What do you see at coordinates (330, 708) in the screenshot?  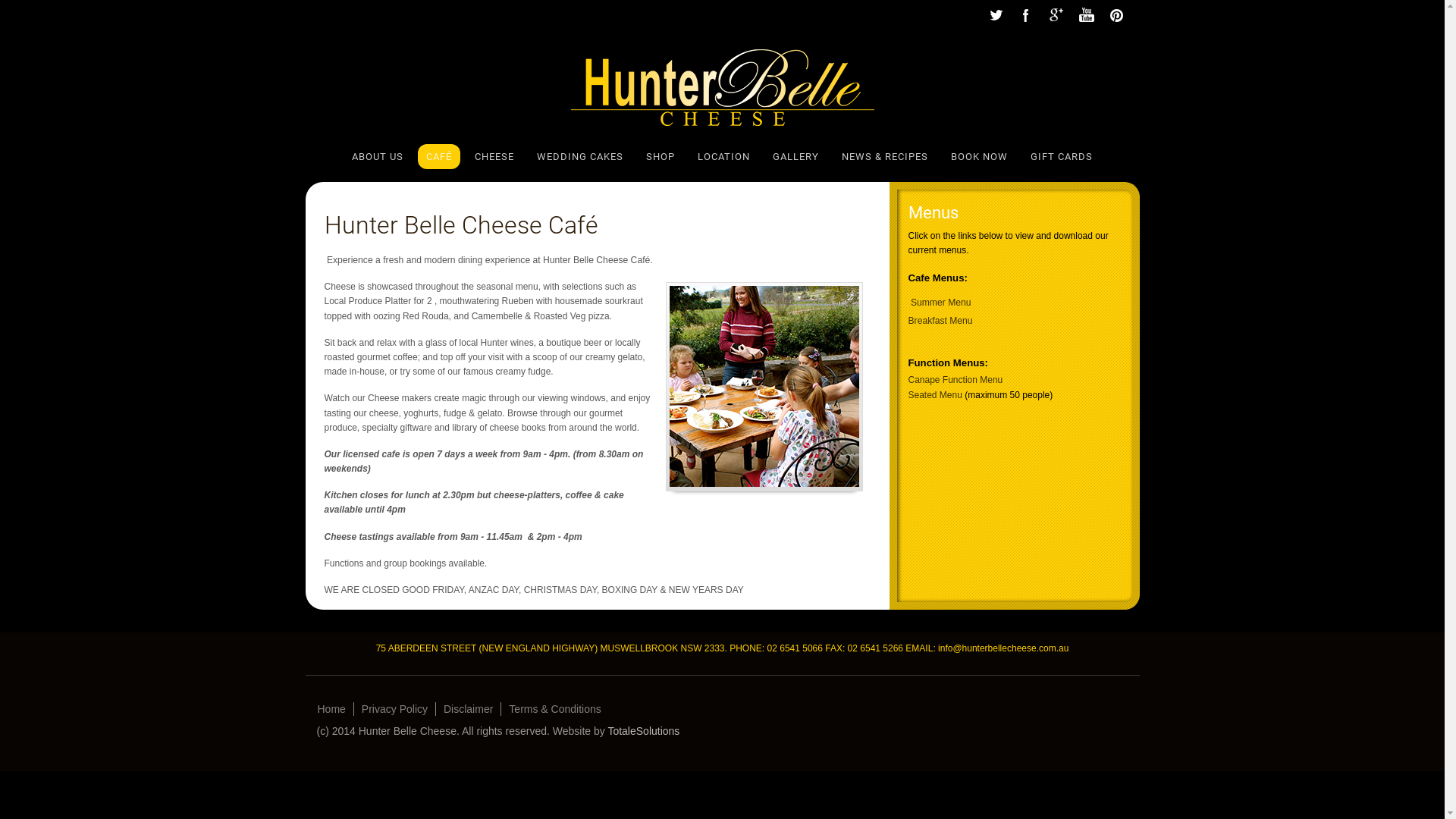 I see `'Home'` at bounding box center [330, 708].